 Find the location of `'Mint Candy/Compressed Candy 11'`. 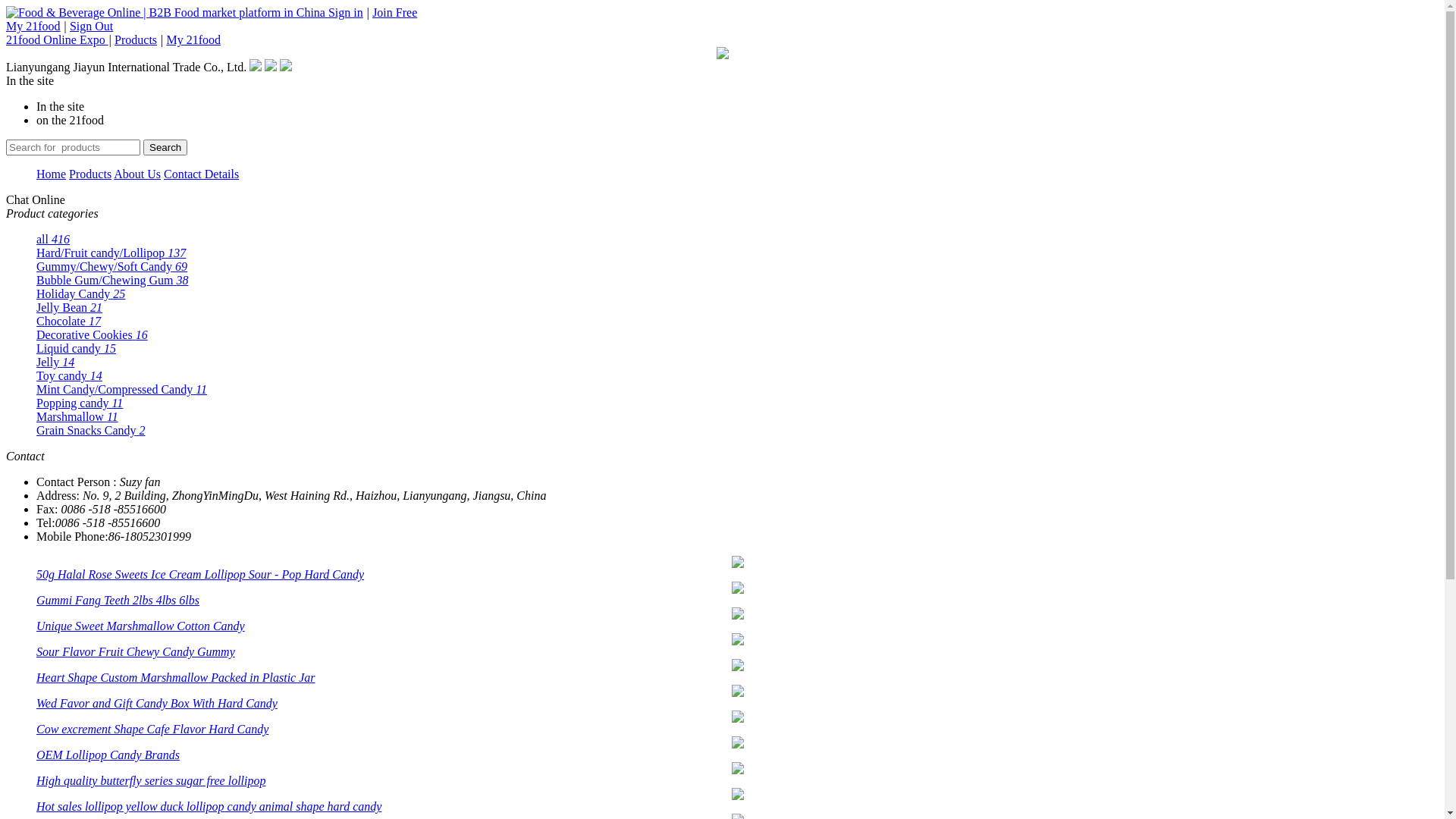

'Mint Candy/Compressed Candy 11' is located at coordinates (121, 388).